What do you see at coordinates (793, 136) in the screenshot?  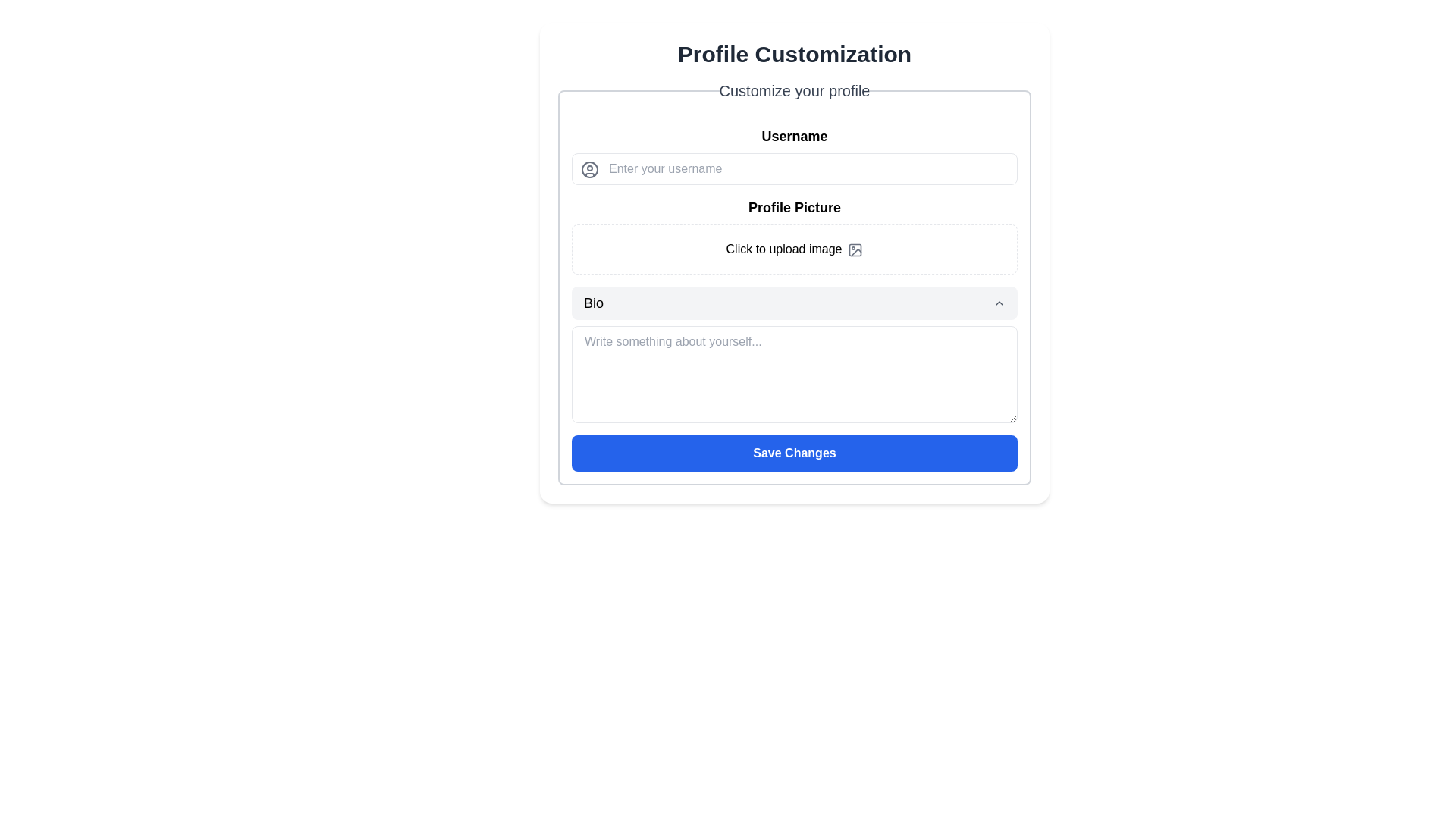 I see `the Text label indicating the username input field, which is positioned at the top of the form above the input field with the placeholder 'Enter your username'` at bounding box center [793, 136].